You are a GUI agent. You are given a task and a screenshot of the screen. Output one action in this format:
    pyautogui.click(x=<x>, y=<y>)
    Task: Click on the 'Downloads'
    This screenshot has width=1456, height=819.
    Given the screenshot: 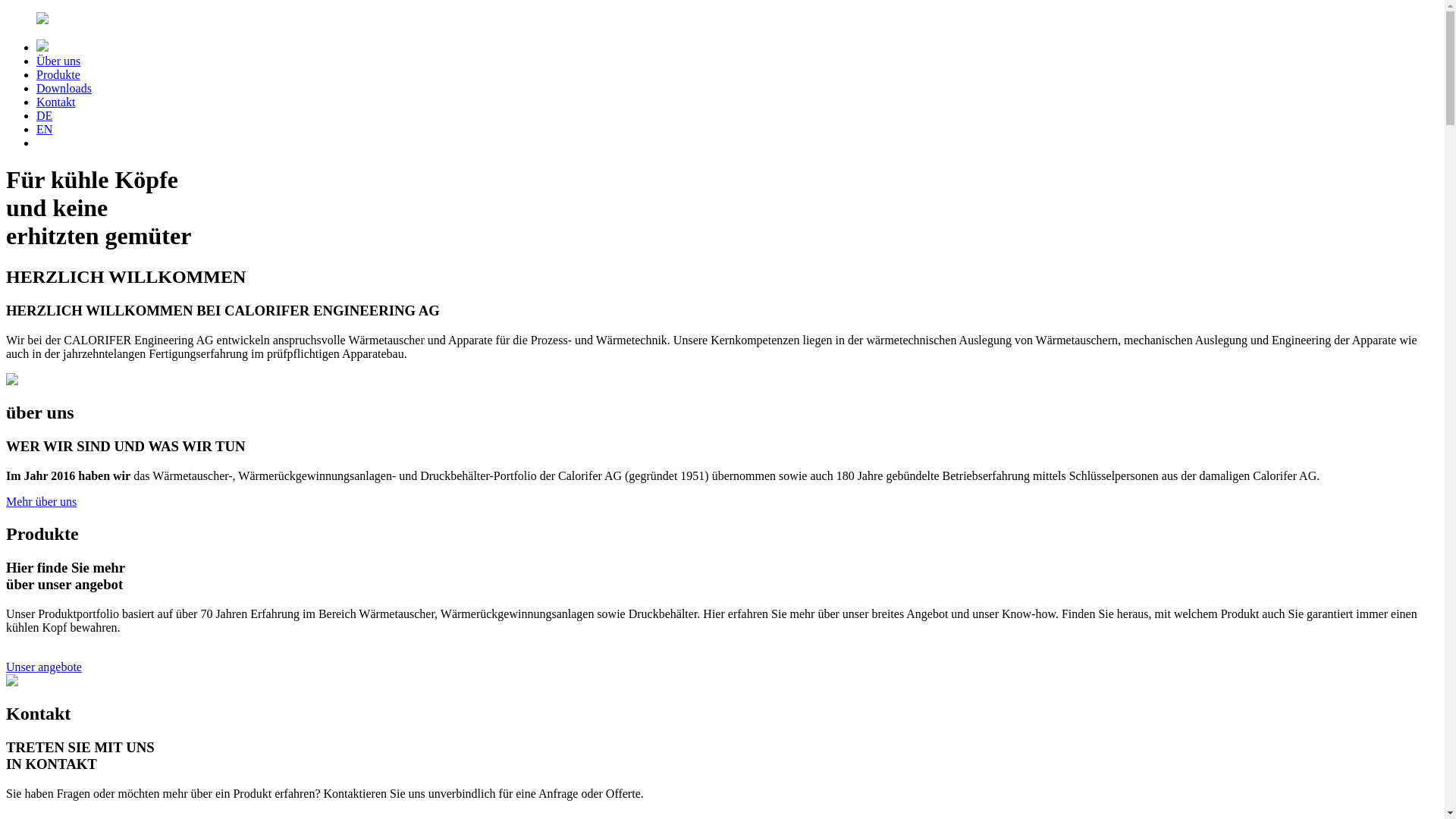 What is the action you would take?
    pyautogui.click(x=63, y=88)
    